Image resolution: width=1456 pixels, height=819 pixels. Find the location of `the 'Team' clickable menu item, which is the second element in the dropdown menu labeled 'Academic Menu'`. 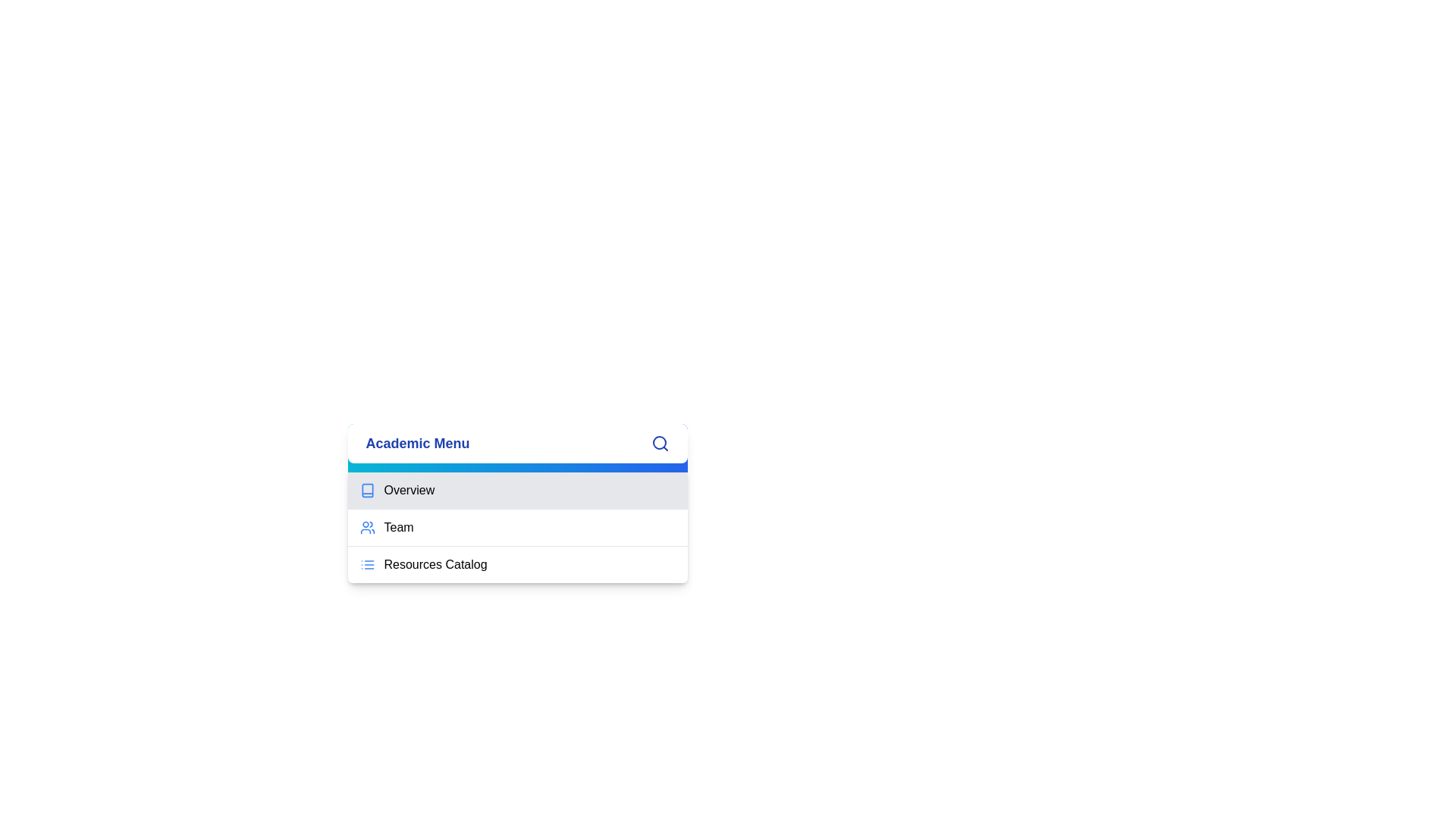

the 'Team' clickable menu item, which is the second element in the dropdown menu labeled 'Academic Menu' is located at coordinates (517, 519).